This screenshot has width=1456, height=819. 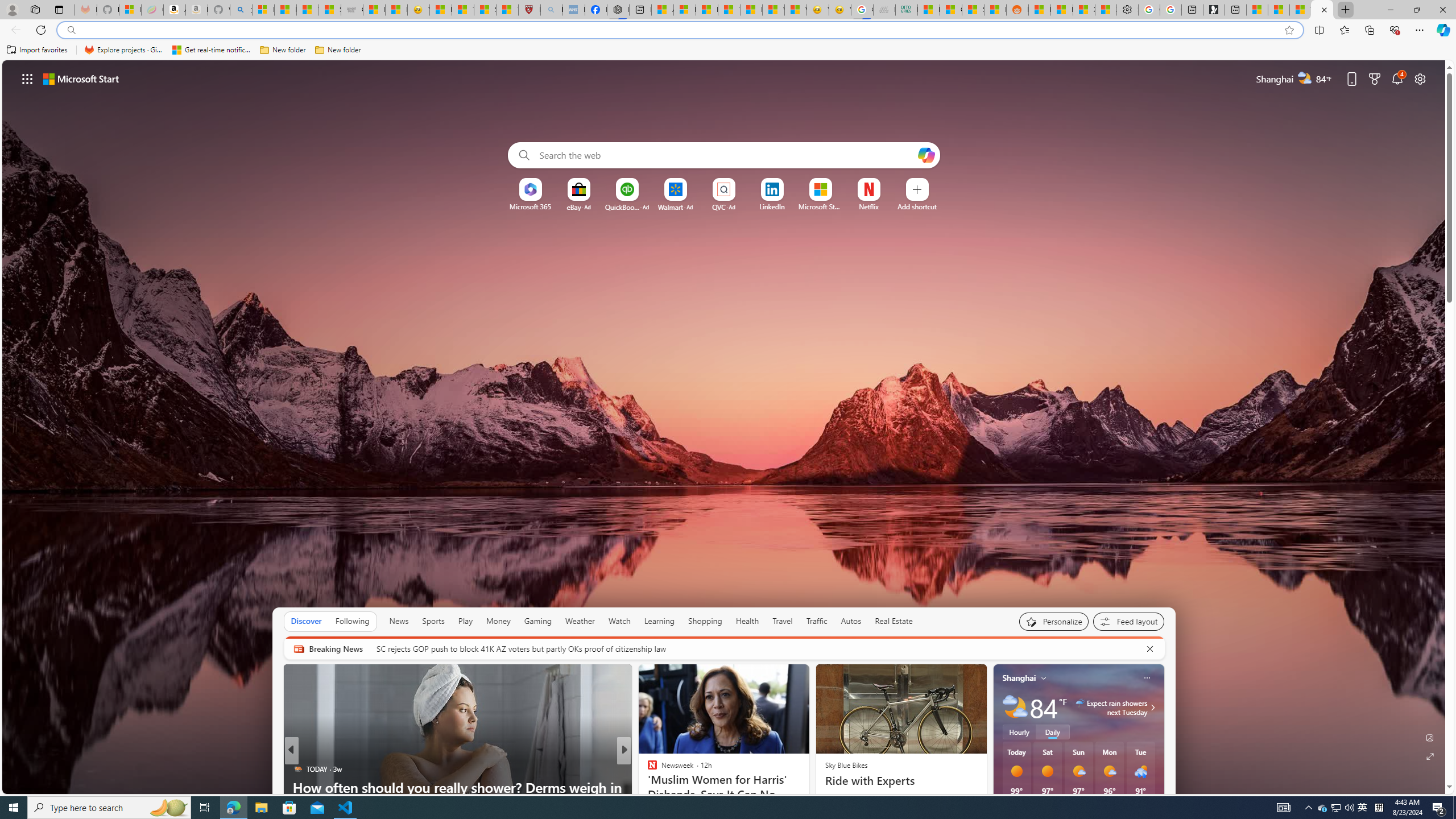 I want to click on 'Daily', so click(x=1052, y=731).